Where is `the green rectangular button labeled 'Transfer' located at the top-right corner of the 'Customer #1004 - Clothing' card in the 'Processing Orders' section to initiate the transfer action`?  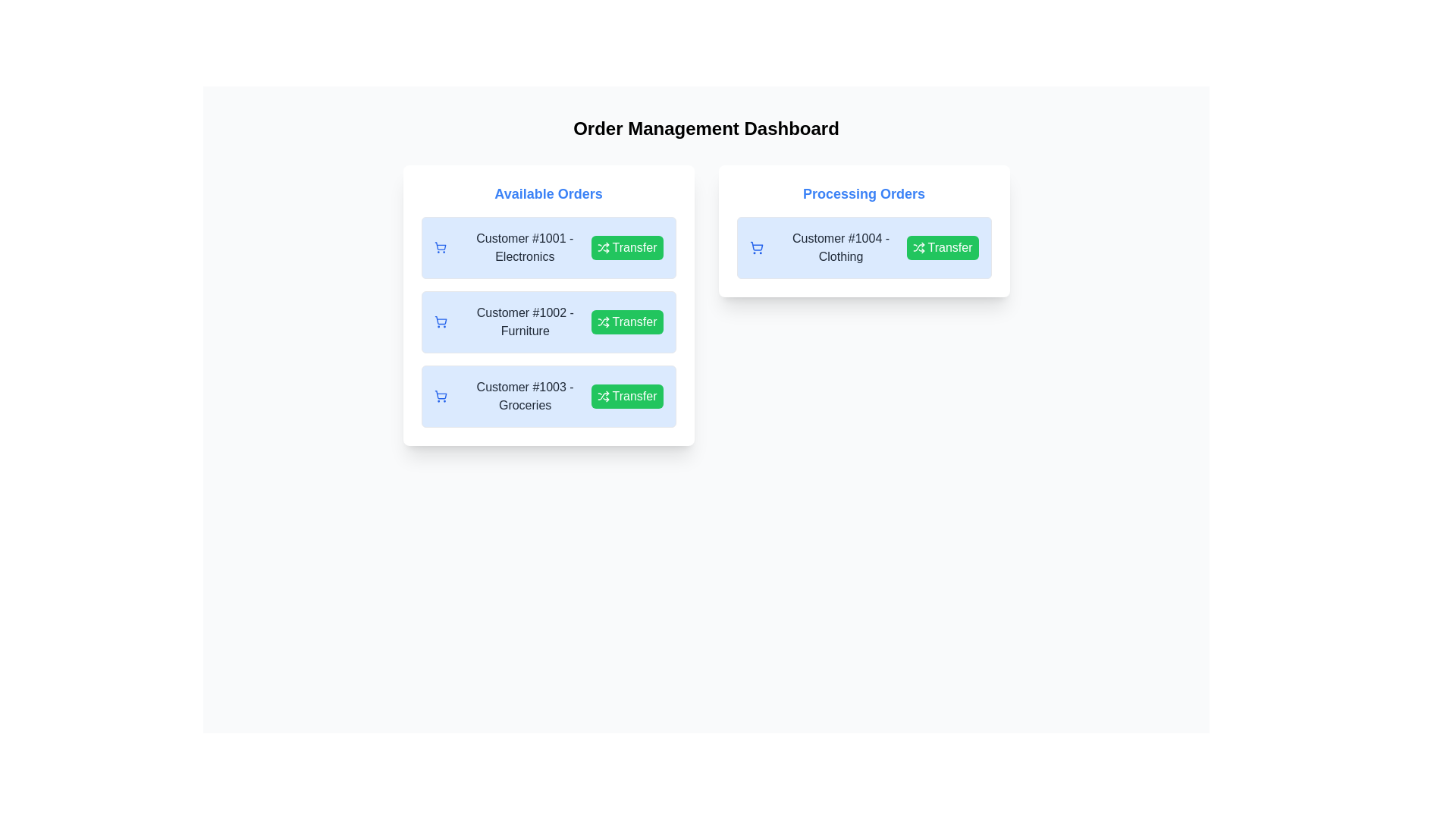 the green rectangular button labeled 'Transfer' located at the top-right corner of the 'Customer #1004 - Clothing' card in the 'Processing Orders' section to initiate the transfer action is located at coordinates (942, 247).